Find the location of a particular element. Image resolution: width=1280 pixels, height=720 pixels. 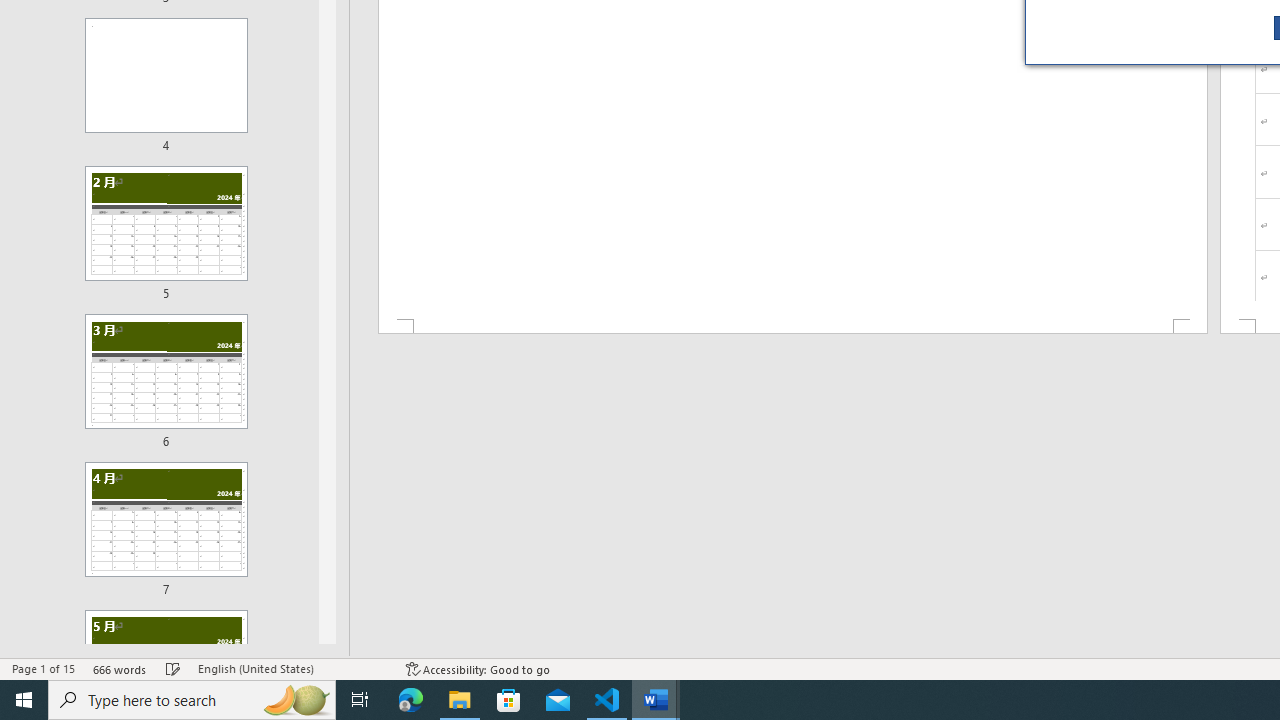

'Accessibility Checker Accessibility: Good to go' is located at coordinates (477, 669).